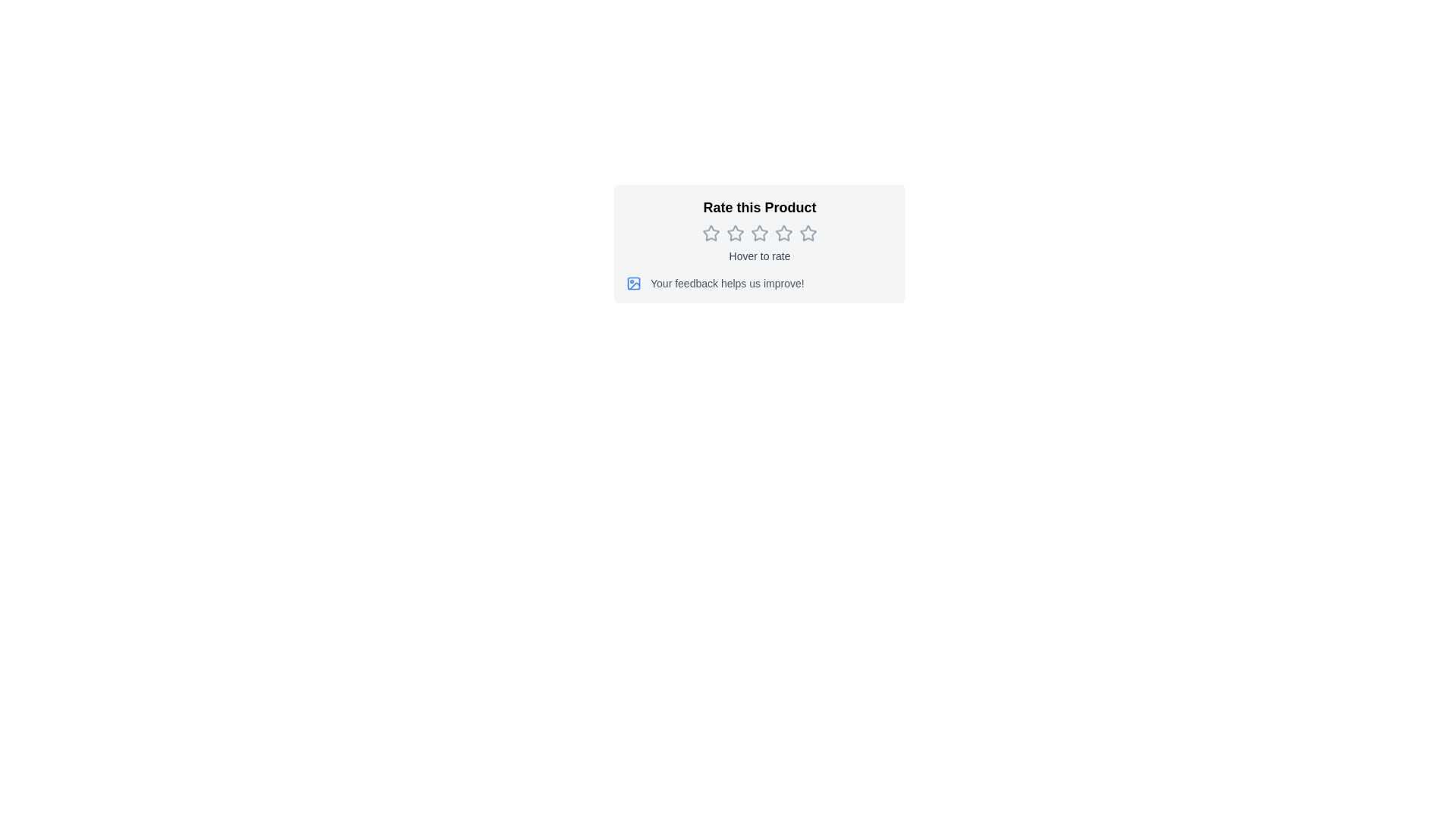  Describe the element at coordinates (760, 207) in the screenshot. I see `the 'Rate this Product' label, which is a bold text component positioned at the top of a light-gray background panel` at that location.